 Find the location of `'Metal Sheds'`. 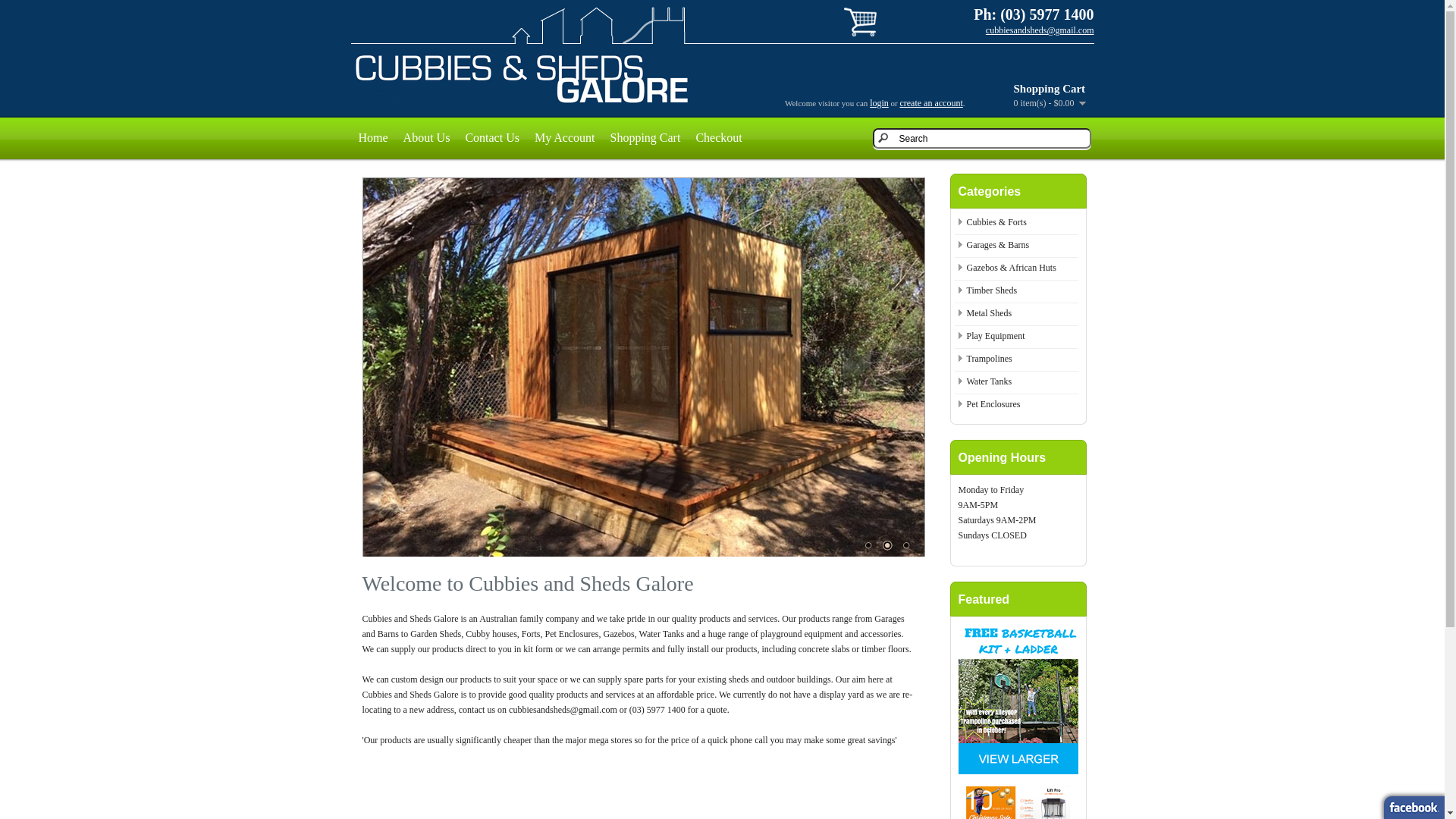

'Metal Sheds' is located at coordinates (989, 312).